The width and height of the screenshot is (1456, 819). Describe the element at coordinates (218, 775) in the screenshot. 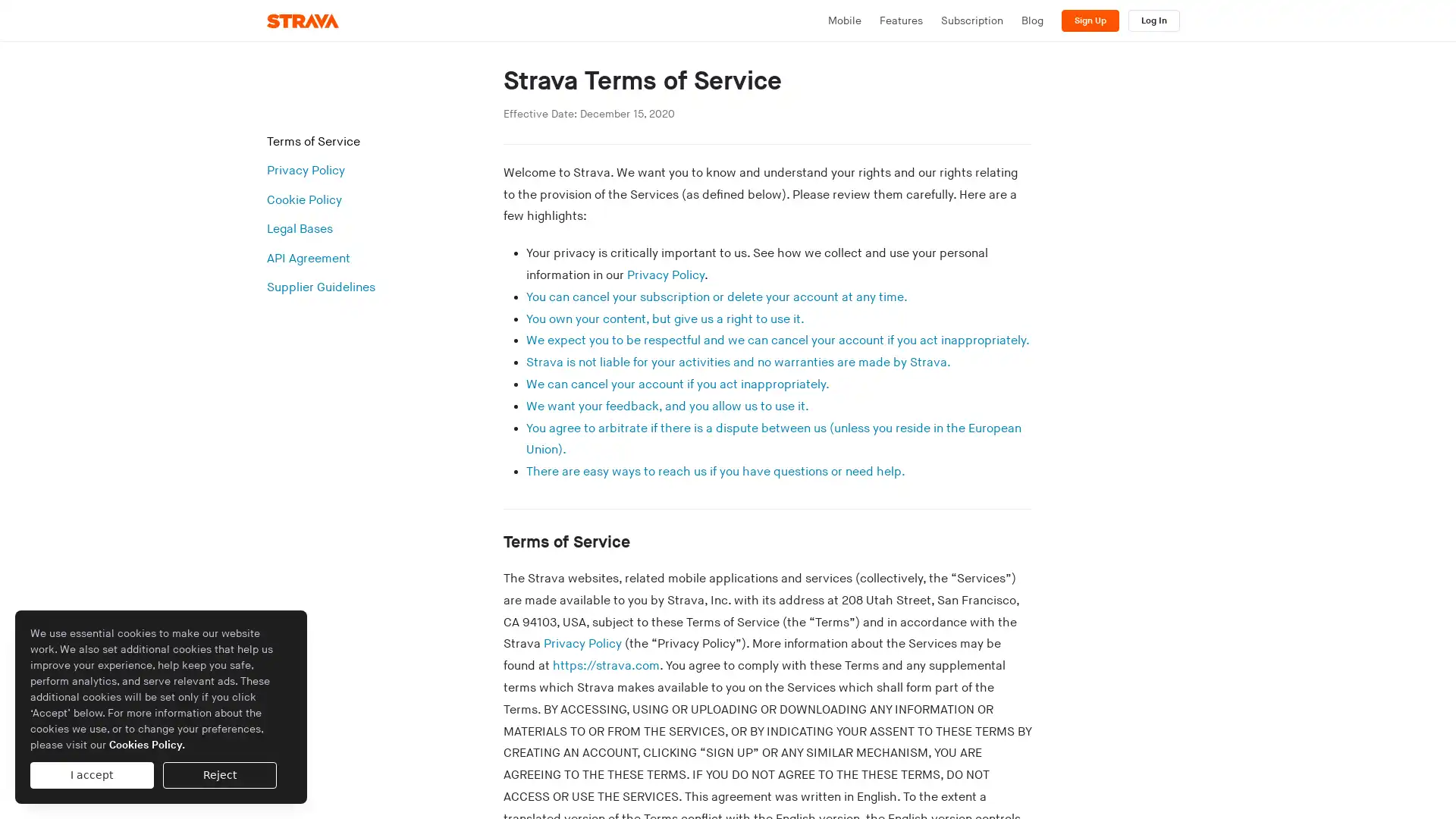

I see `Reject` at that location.